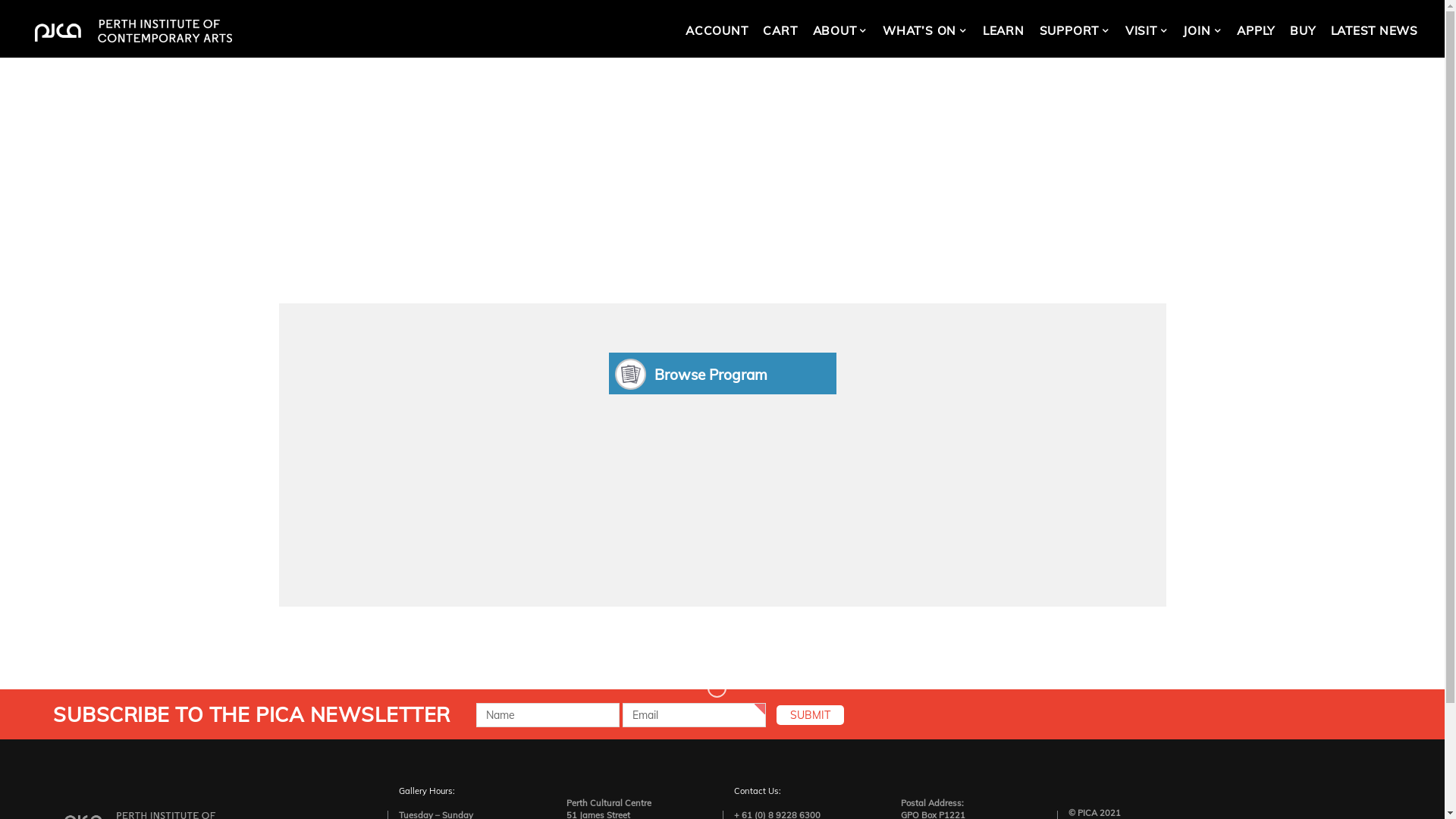  What do you see at coordinates (1003, 31) in the screenshot?
I see `'LEARN'` at bounding box center [1003, 31].